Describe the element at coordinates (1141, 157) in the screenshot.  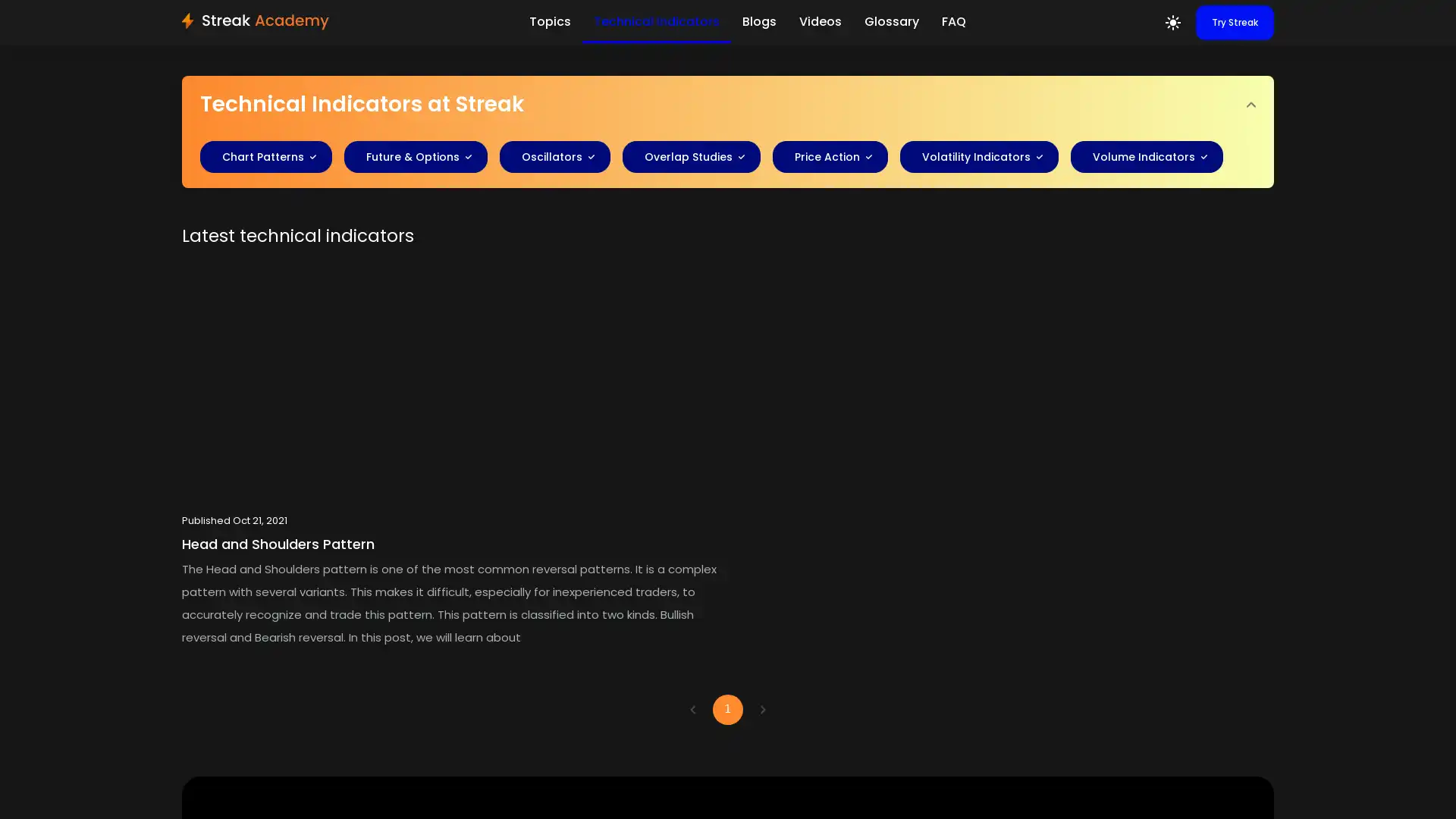
I see `Volume Indicators` at that location.